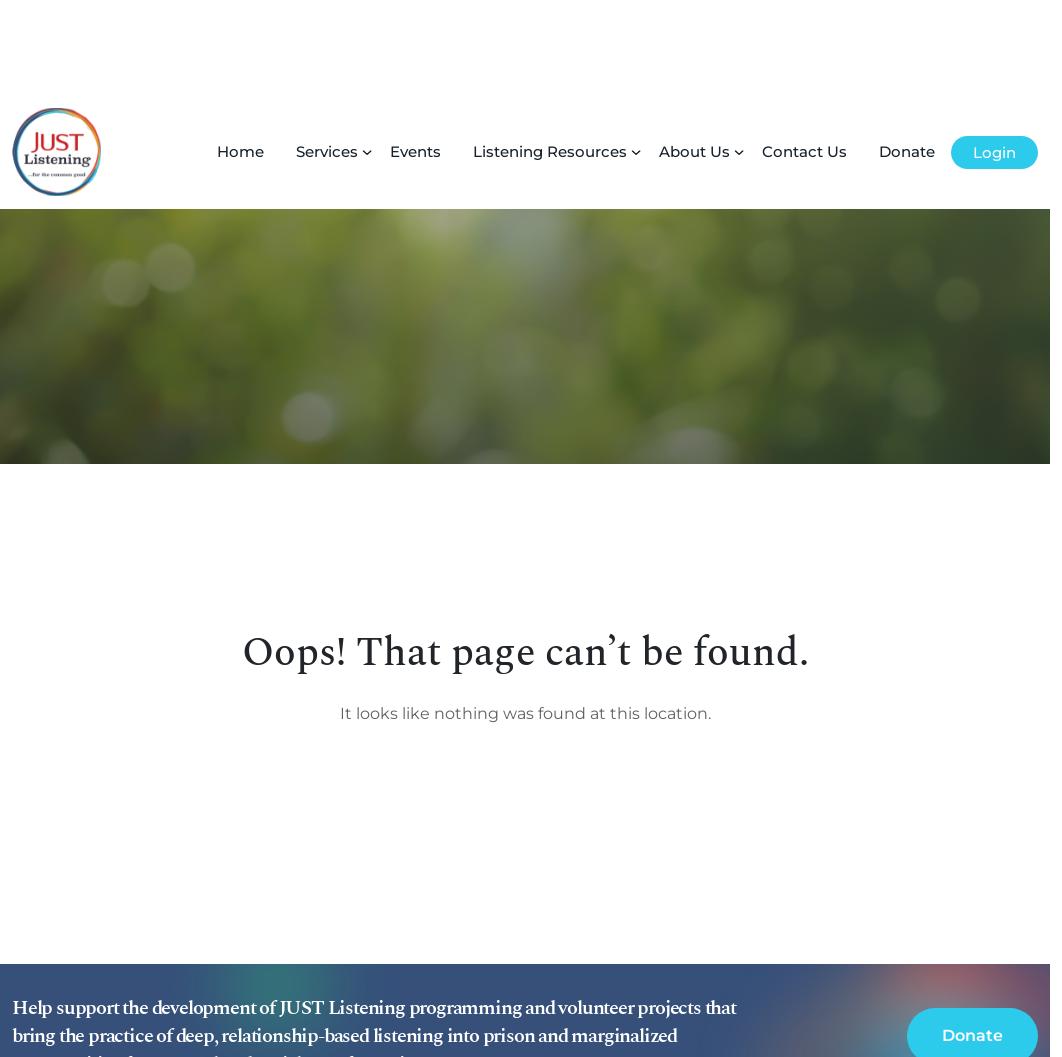 This screenshot has height=1057, width=1062. What do you see at coordinates (523, 618) in the screenshot?
I see `'It looks like nothing was found at this location.'` at bounding box center [523, 618].